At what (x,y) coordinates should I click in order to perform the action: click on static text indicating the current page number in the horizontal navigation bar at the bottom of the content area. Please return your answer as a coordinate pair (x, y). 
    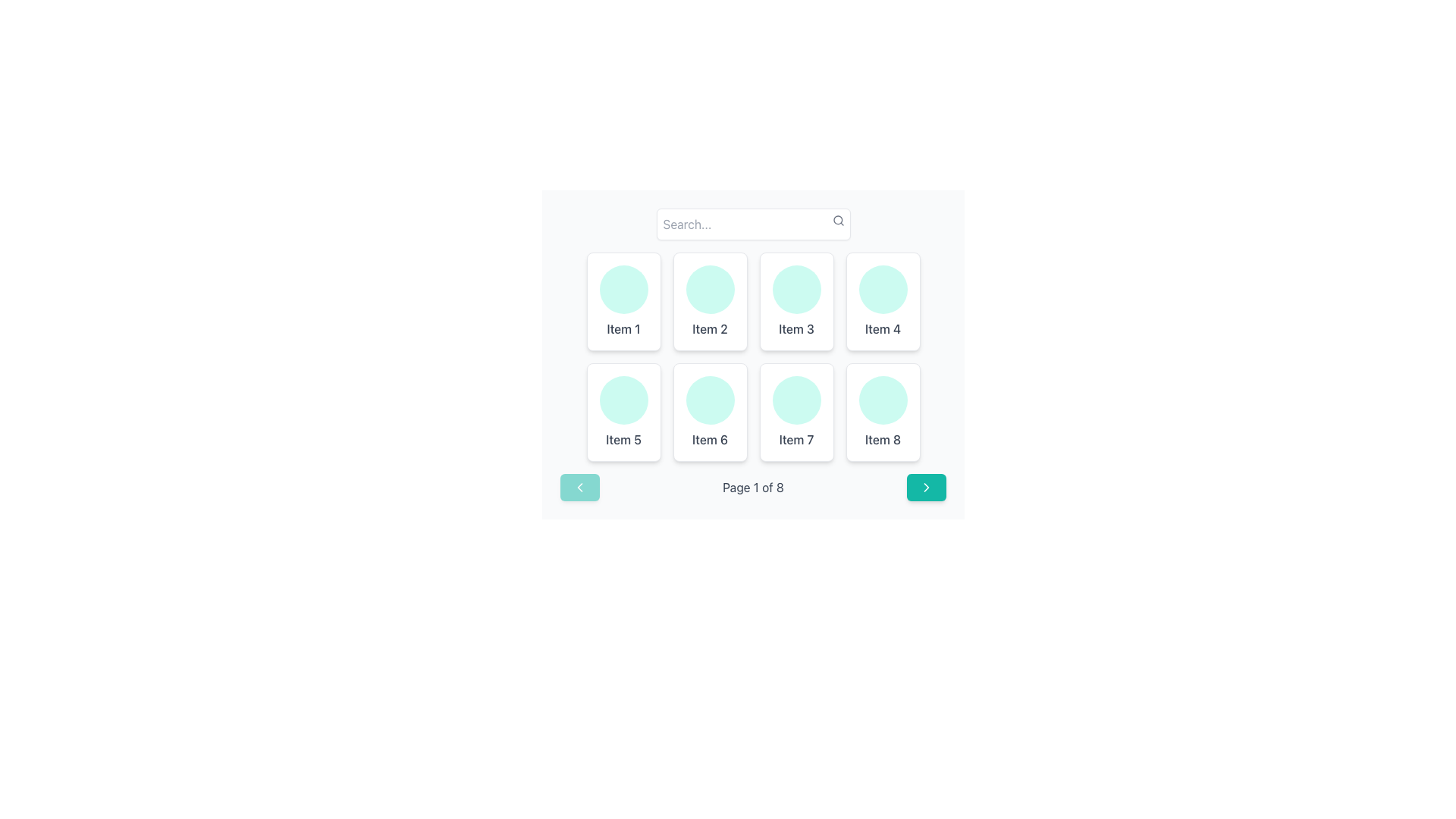
    Looking at the image, I should click on (753, 488).